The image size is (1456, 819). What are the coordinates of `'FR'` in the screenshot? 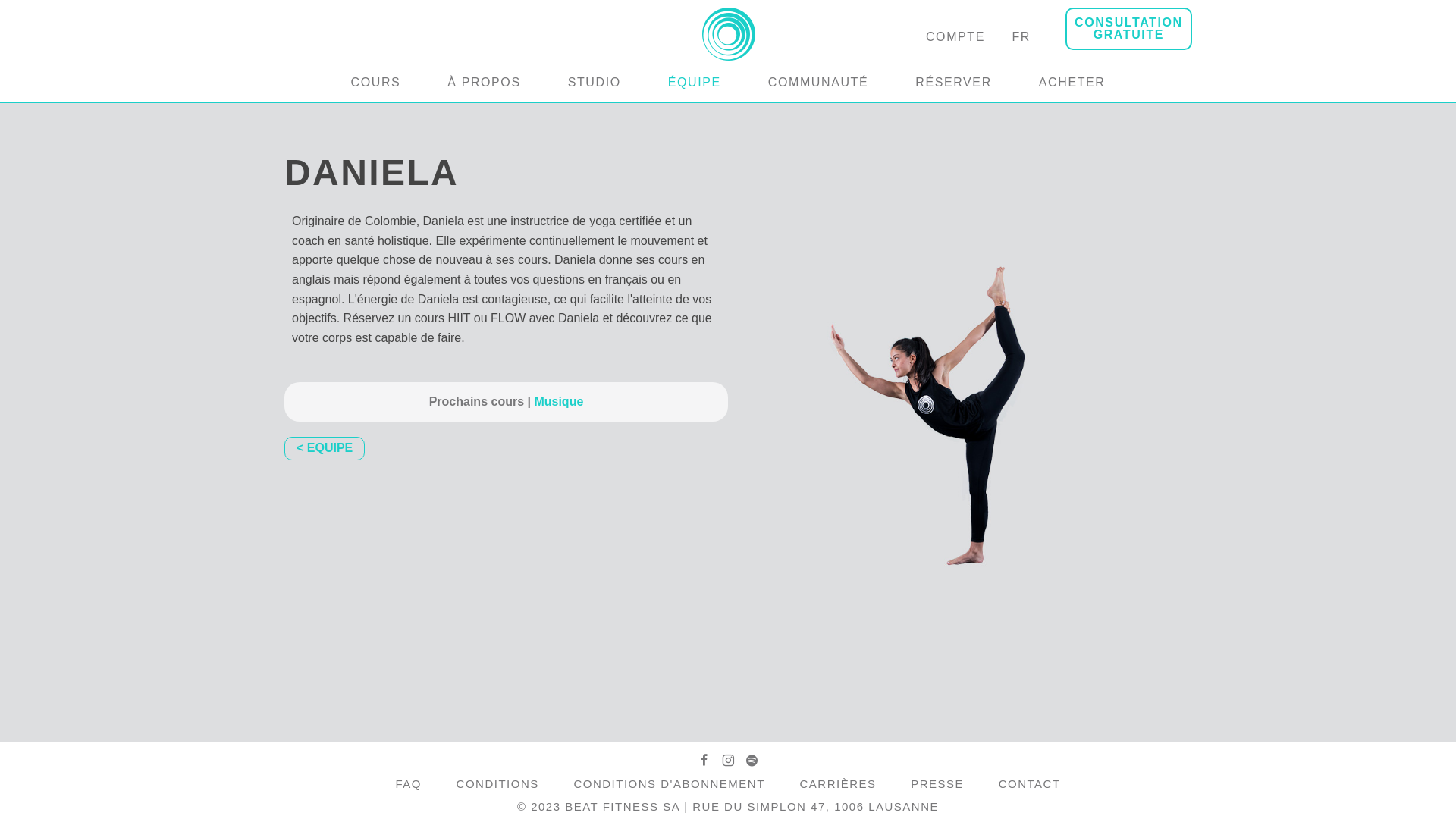 It's located at (1021, 36).